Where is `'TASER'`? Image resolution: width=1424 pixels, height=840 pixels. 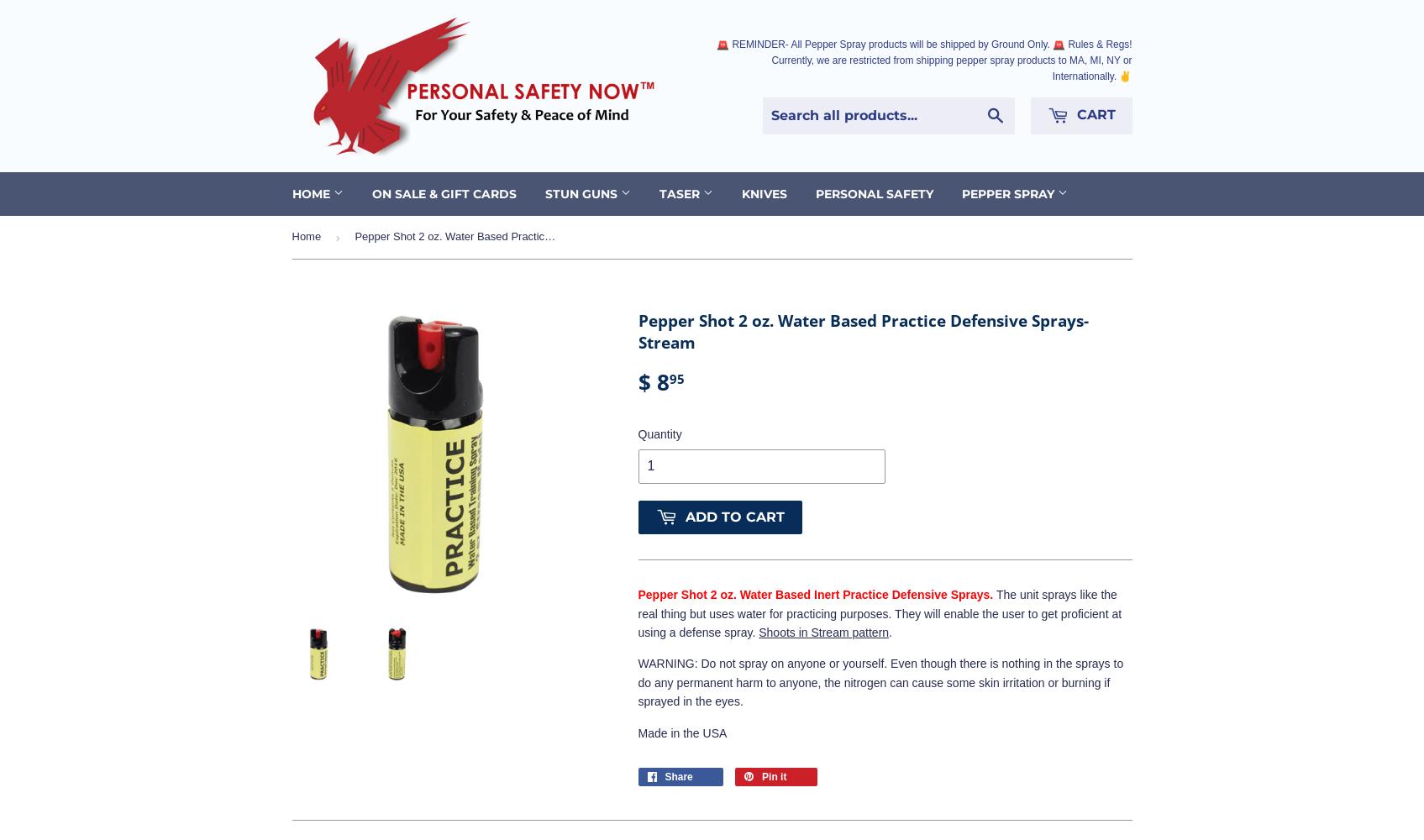
'TASER' is located at coordinates (680, 192).